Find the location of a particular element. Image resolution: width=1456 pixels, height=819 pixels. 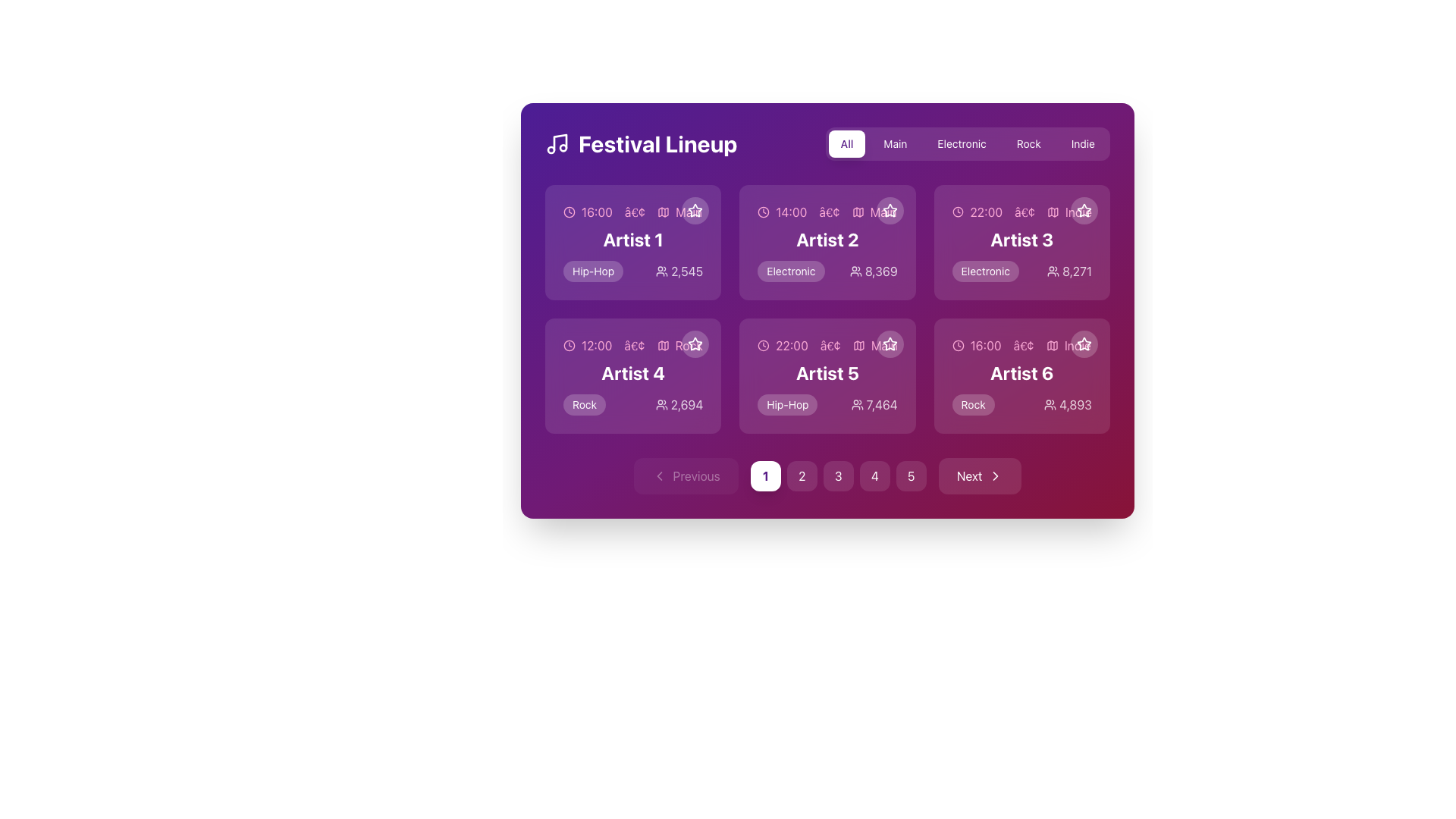

the interactive sub-component of the Metadata display for 'Artist 1', which includes details like genre 'Hip-Hop' and follower count '2,545' is located at coordinates (633, 271).